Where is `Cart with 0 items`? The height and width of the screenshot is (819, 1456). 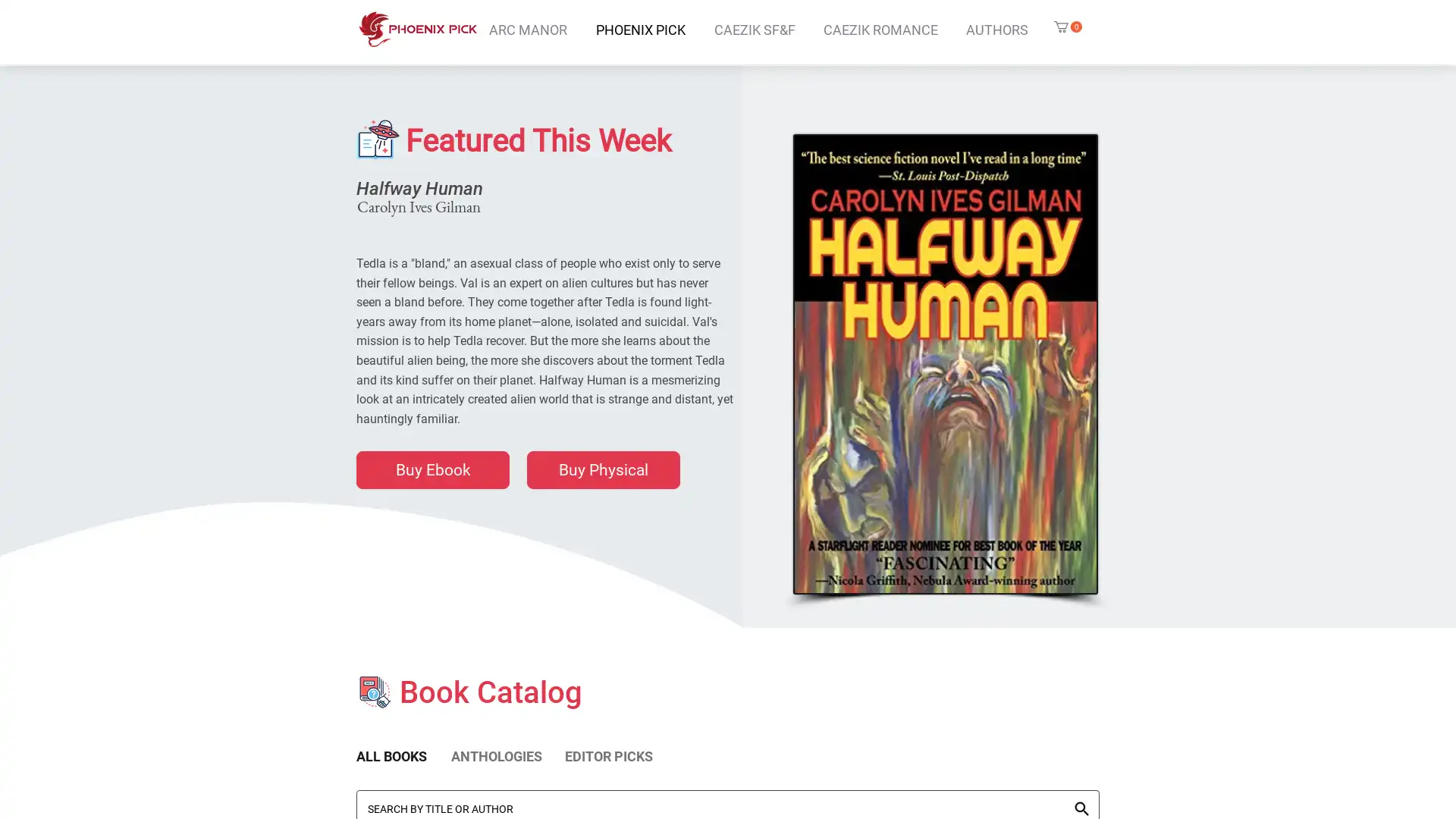
Cart with 0 items is located at coordinates (1067, 27).